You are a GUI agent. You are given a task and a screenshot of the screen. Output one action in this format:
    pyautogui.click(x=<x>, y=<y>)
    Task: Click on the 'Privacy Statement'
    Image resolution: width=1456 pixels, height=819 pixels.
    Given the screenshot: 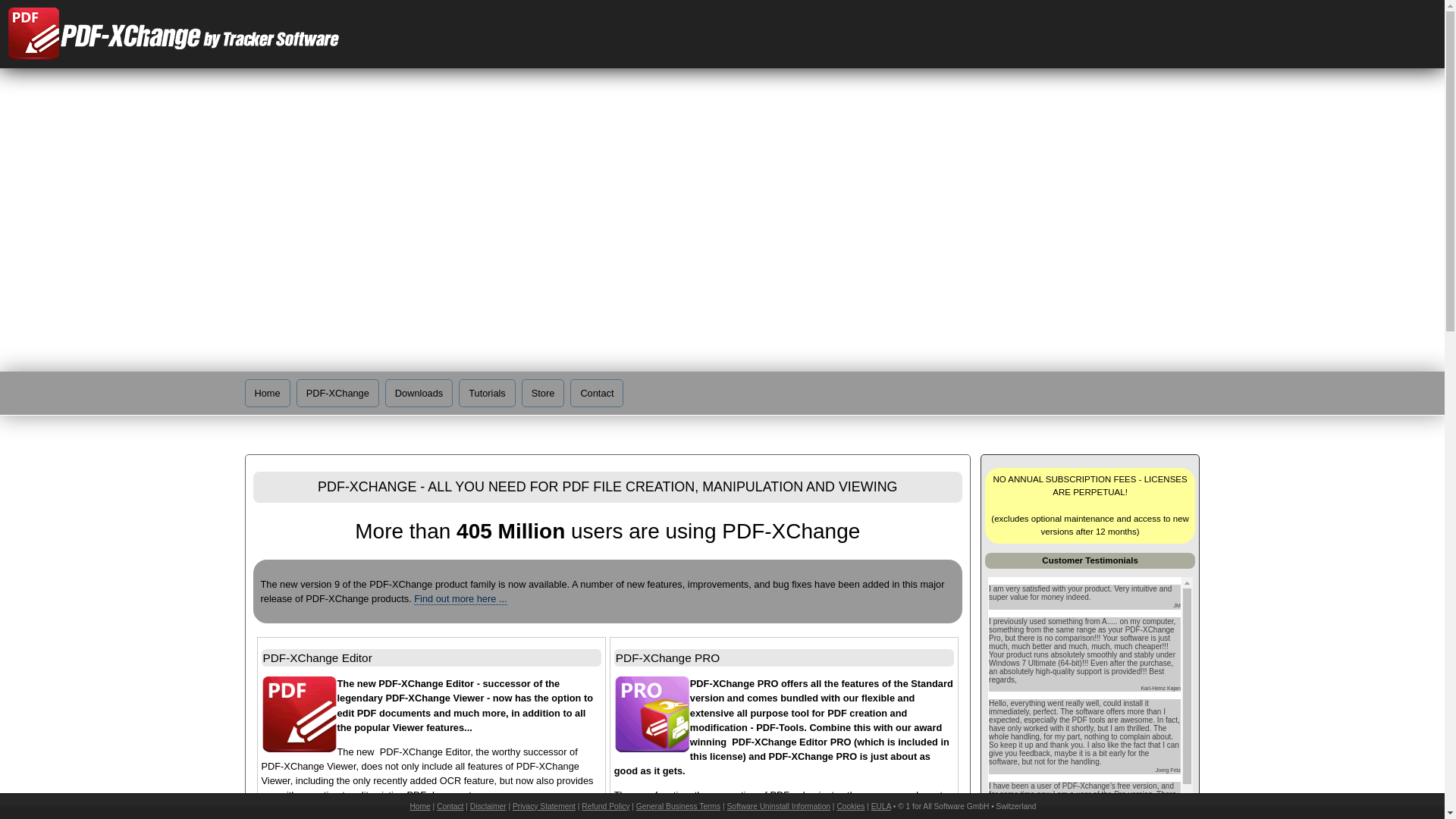 What is the action you would take?
    pyautogui.click(x=544, y=805)
    